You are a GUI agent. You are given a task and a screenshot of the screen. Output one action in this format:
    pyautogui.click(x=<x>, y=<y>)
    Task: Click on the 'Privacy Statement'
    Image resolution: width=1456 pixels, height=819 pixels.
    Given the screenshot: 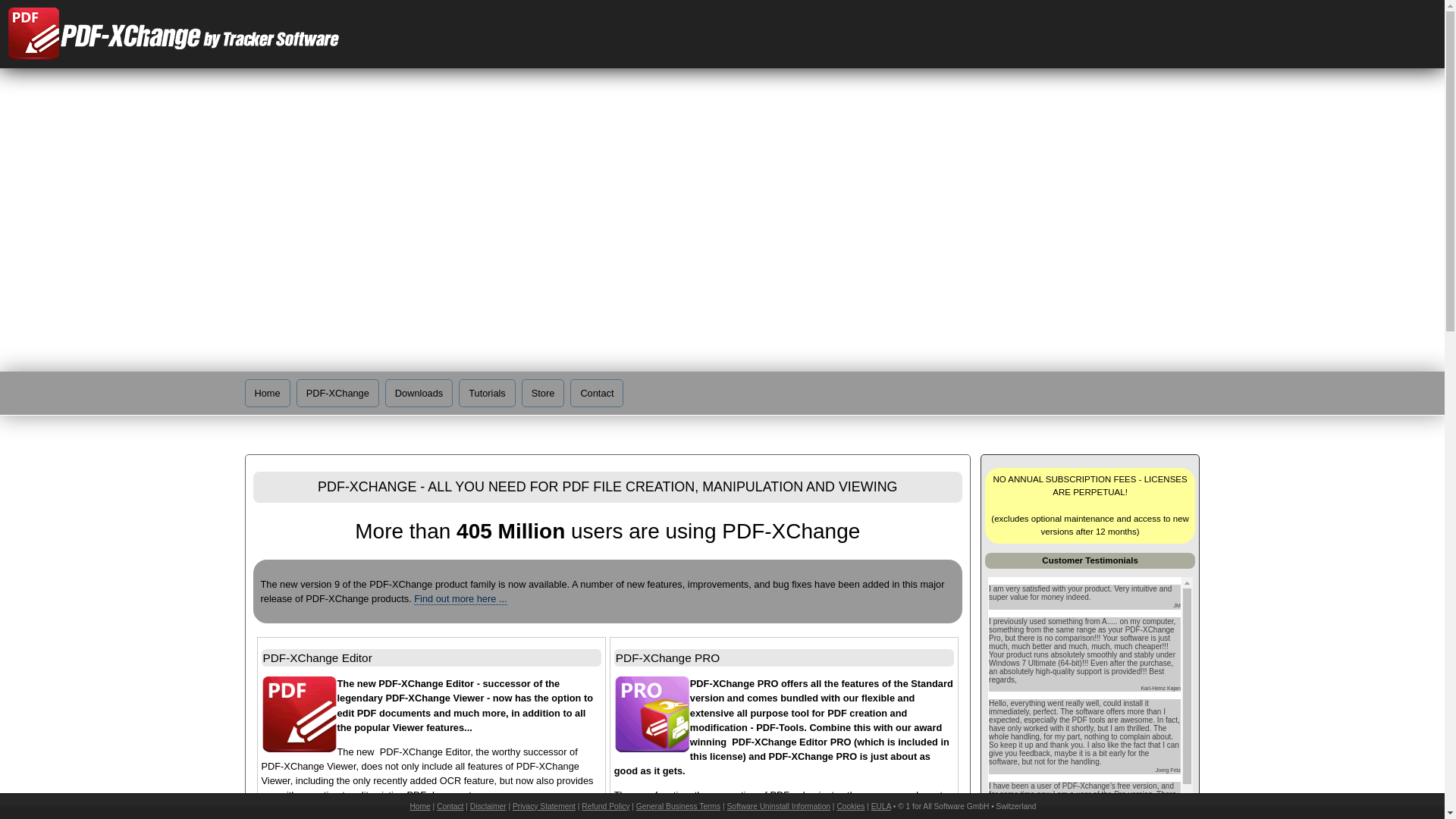 What is the action you would take?
    pyautogui.click(x=544, y=805)
    